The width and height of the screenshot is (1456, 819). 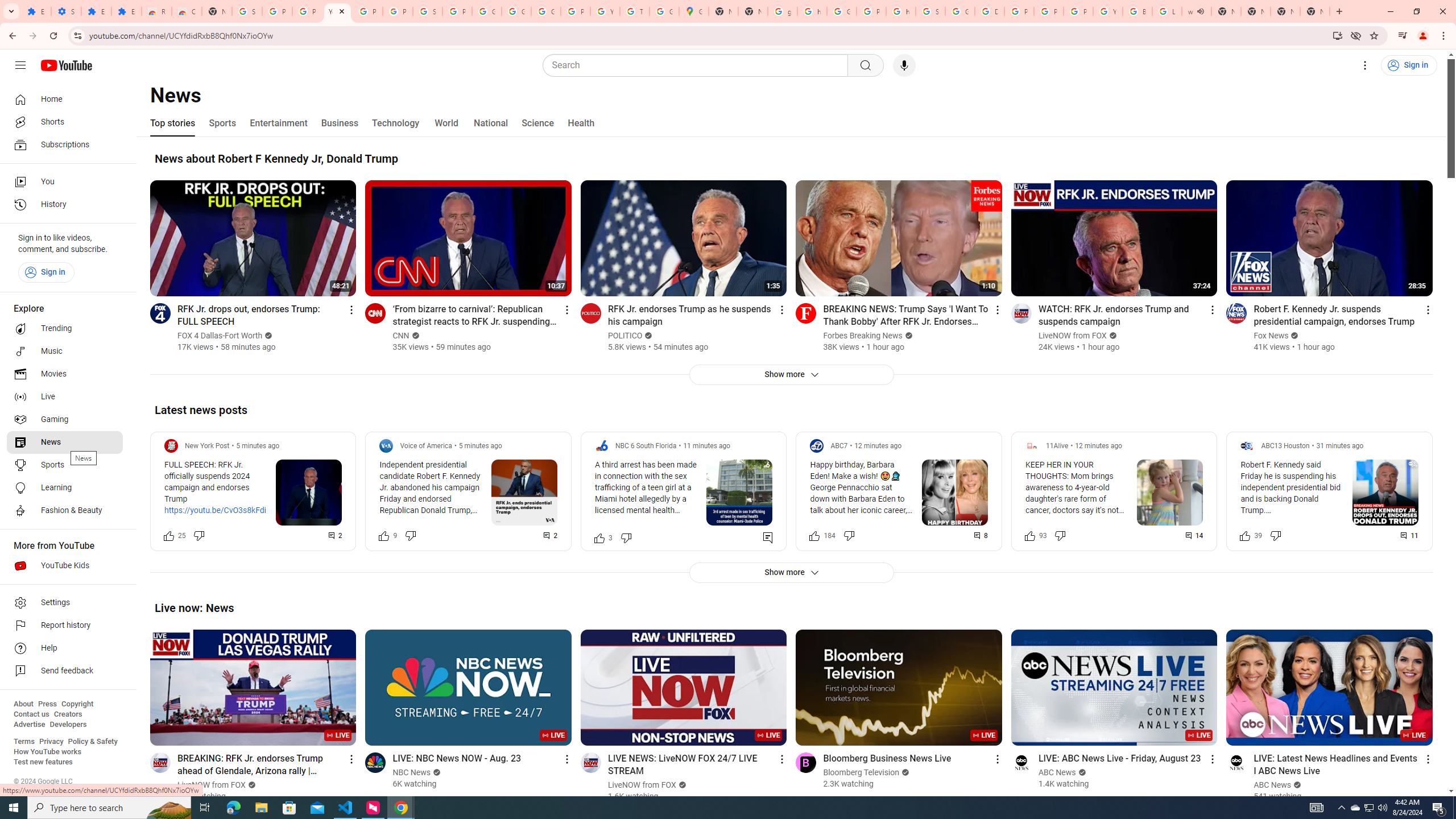 What do you see at coordinates (1285, 446) in the screenshot?
I see `'ABC13 Houston'` at bounding box center [1285, 446].